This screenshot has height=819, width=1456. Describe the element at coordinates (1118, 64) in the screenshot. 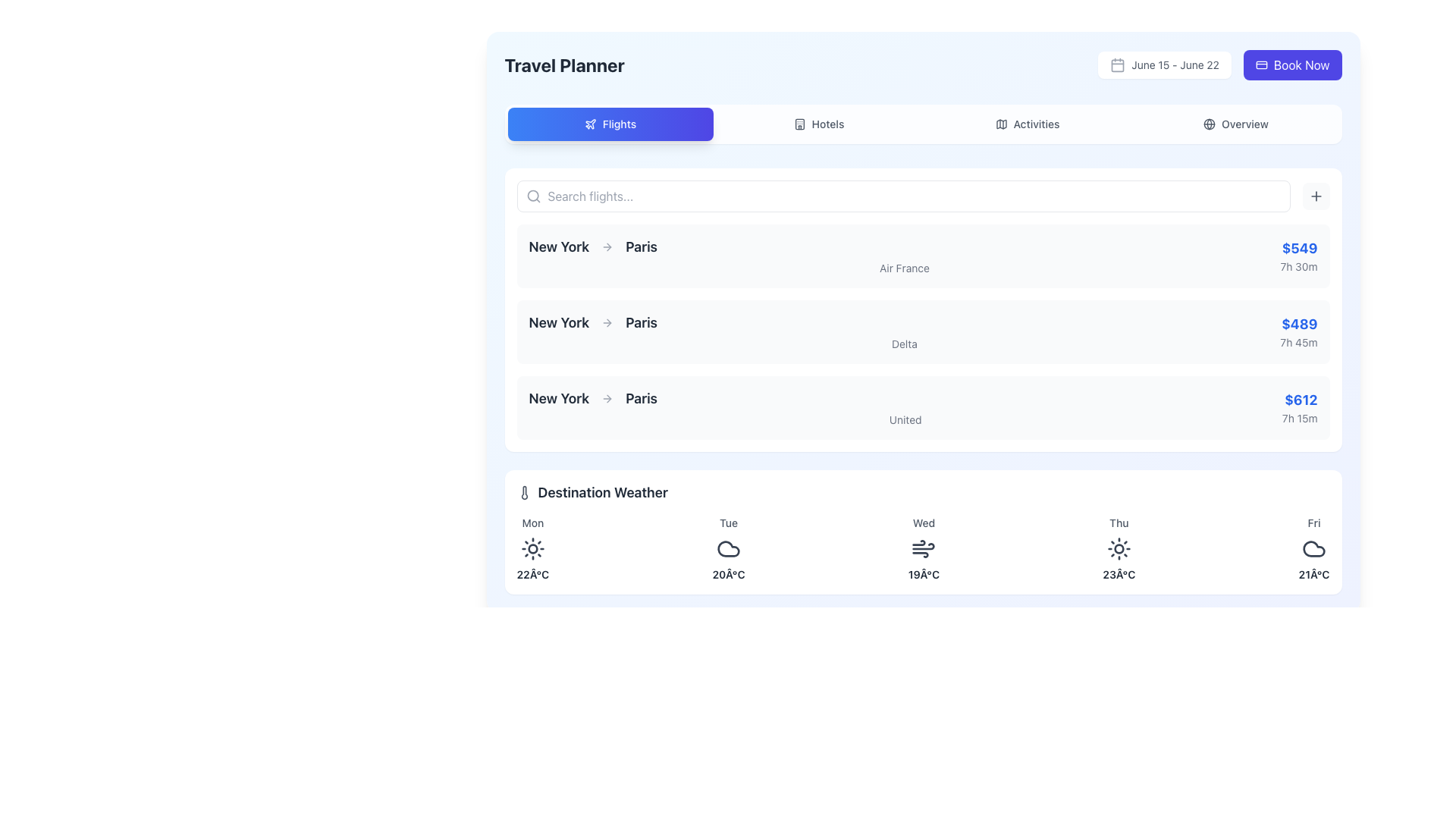

I see `the calendar icon located in the upper-right corner of the interface, positioned to the left of the date range text 'June 15 - June 22'` at that location.